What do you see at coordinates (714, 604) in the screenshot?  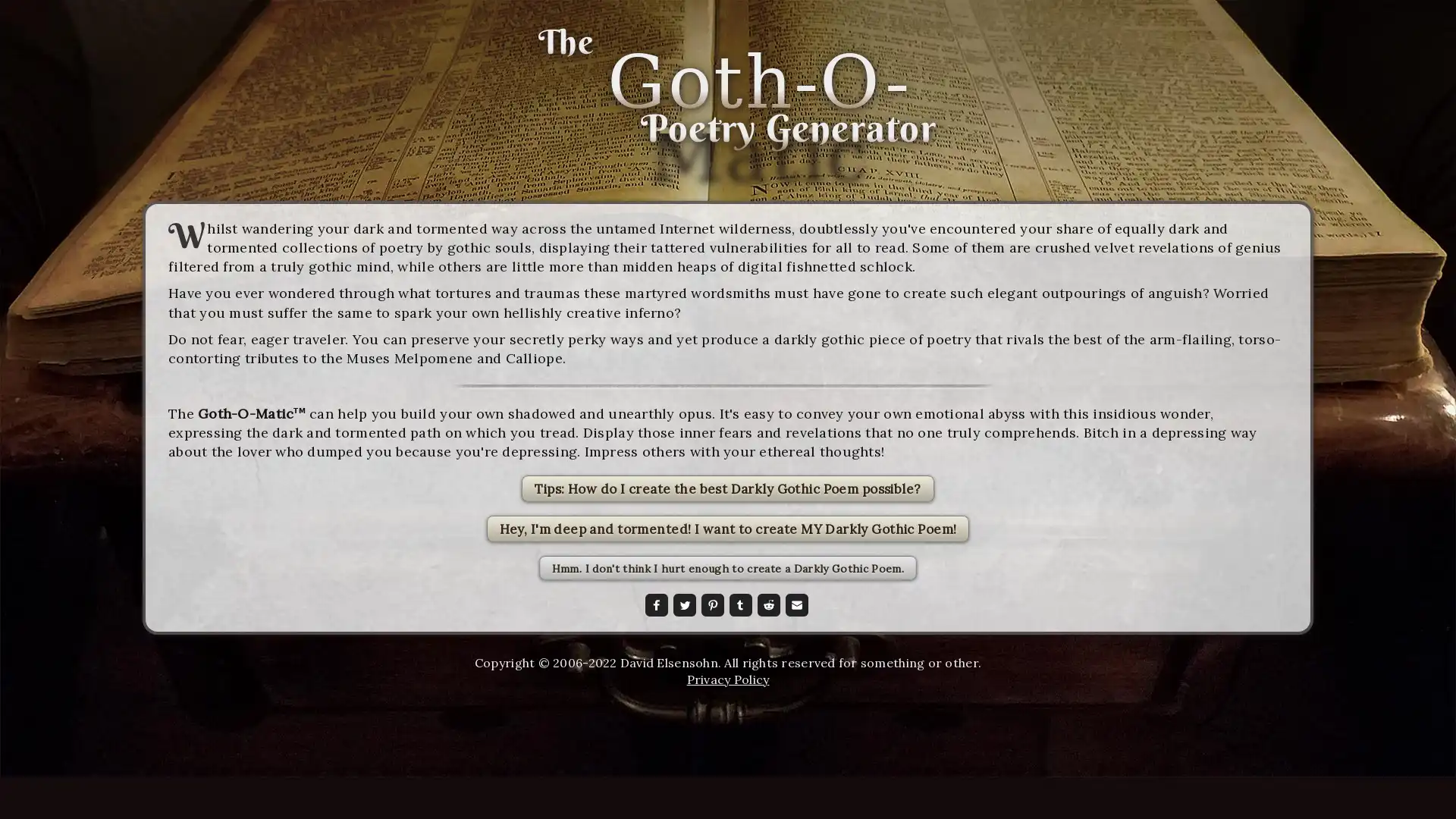 I see `Share to Pinterest` at bounding box center [714, 604].